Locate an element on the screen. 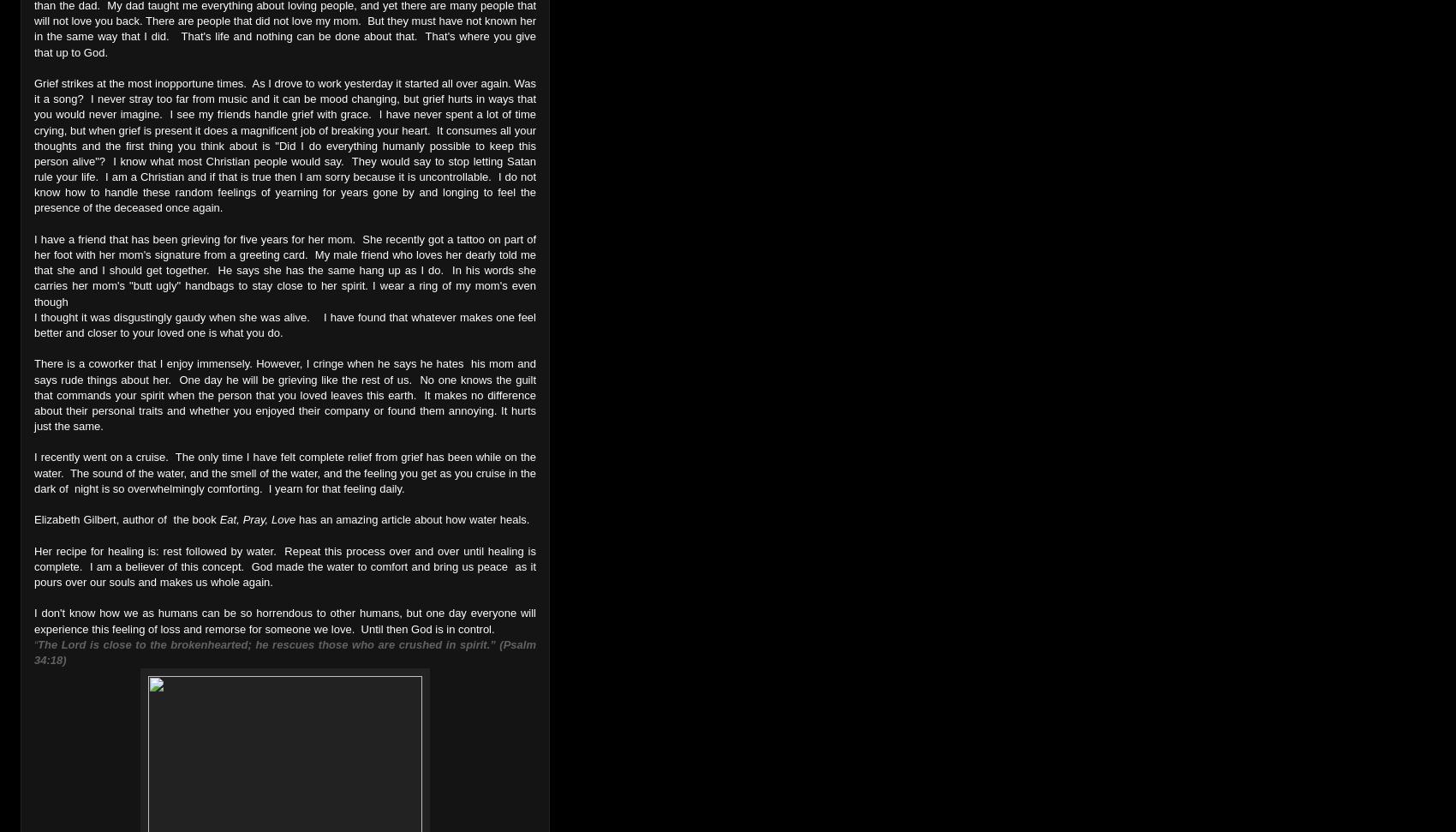  'I have a friend that has been grieving for five years for her mom.  She recently got a tattoo on part of her foot with her mom's signature from a greeting card.  My male friend who loves her dearly told me that she and I should get together.  He says she has the same hang up as I do.  In his words she carries her mom's "butt ugly" handbags to stay close to her spirit. I wear a ring of my mom's even though' is located at coordinates (33, 268).